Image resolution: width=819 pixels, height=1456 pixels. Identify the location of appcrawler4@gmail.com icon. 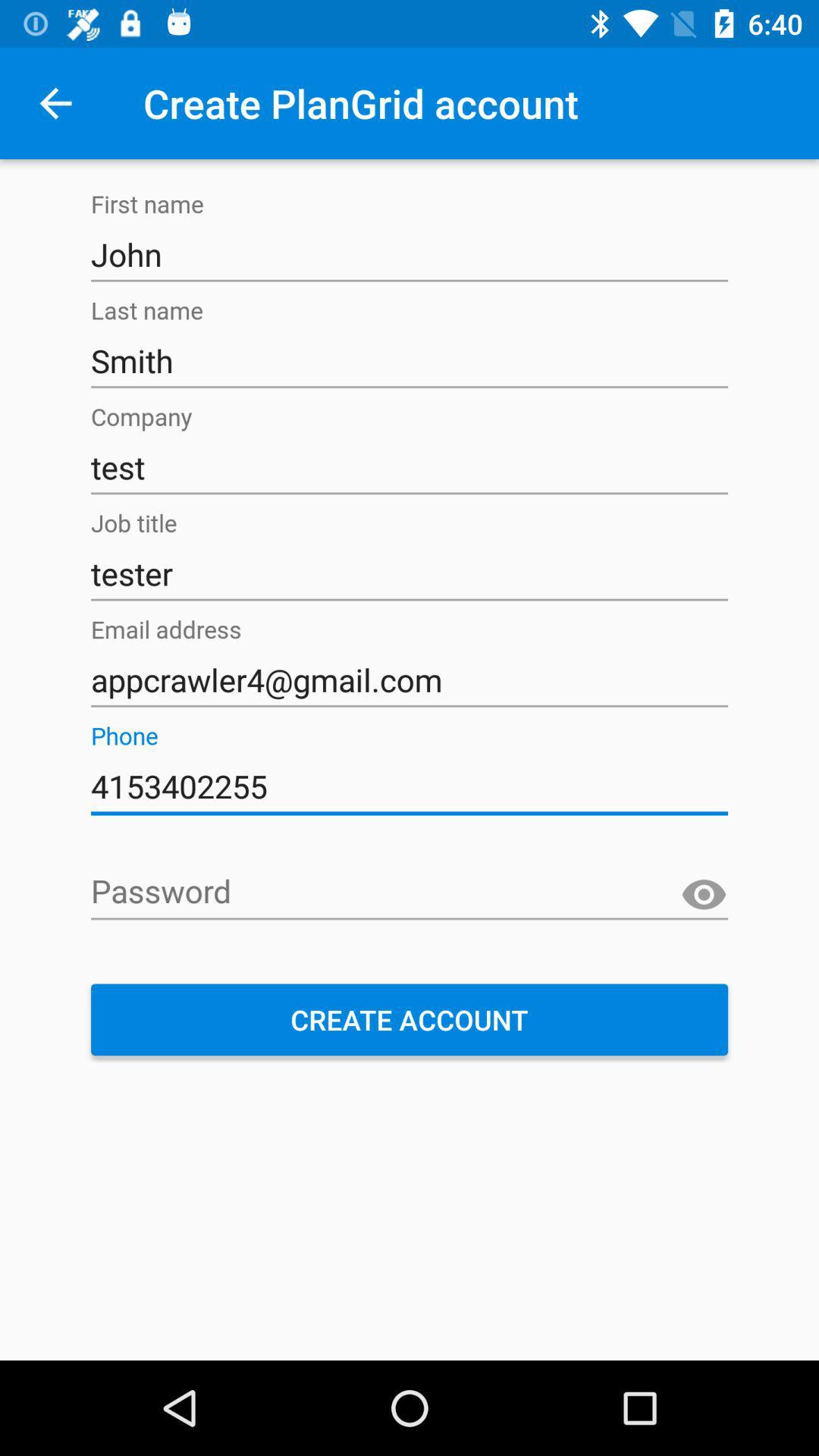
(409, 679).